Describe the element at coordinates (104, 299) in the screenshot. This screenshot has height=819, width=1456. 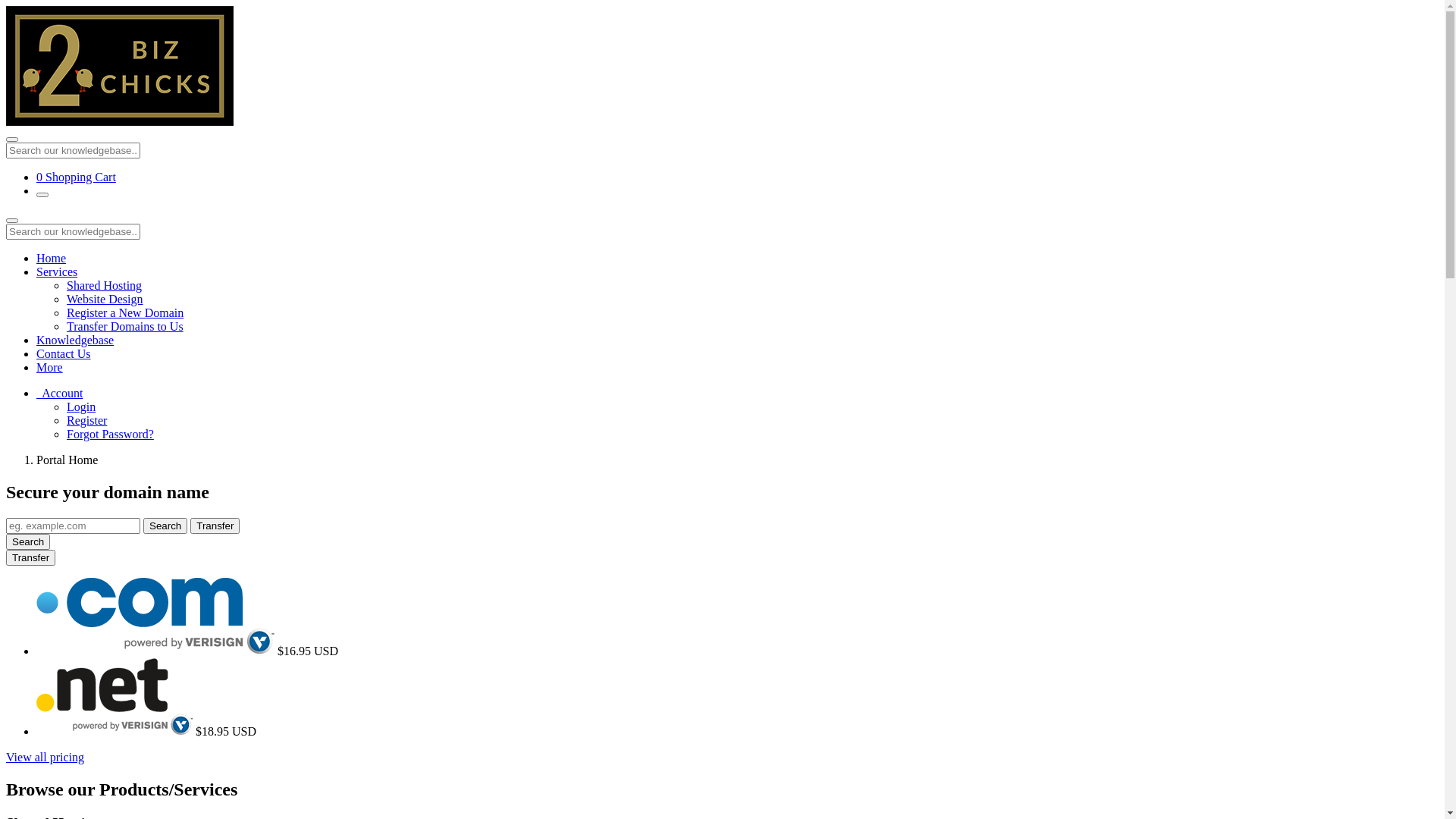
I see `'Website Design'` at that location.